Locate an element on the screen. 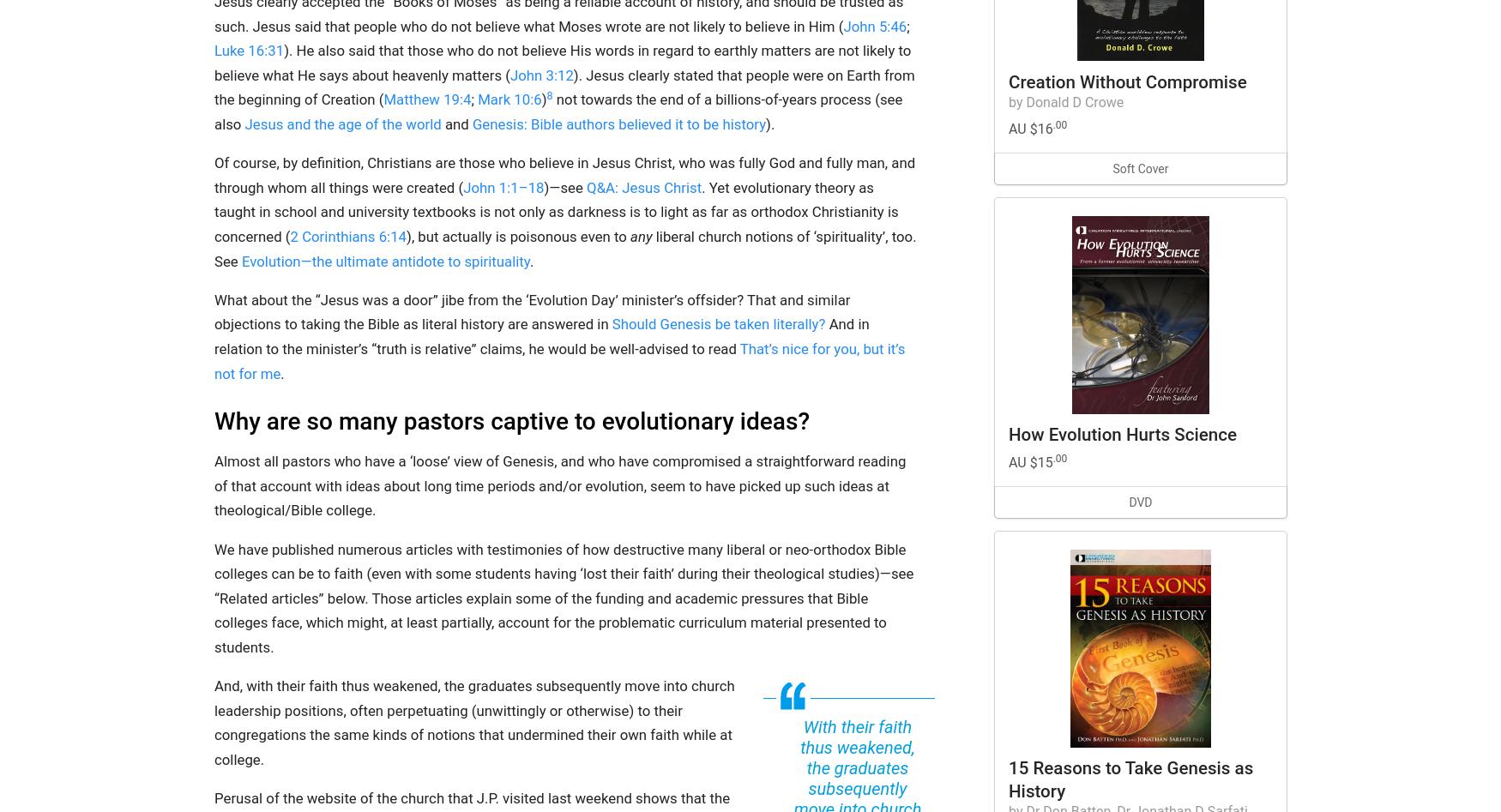 The height and width of the screenshot is (812, 1501). 'Creation Without Compromise' is located at coordinates (1008, 81).